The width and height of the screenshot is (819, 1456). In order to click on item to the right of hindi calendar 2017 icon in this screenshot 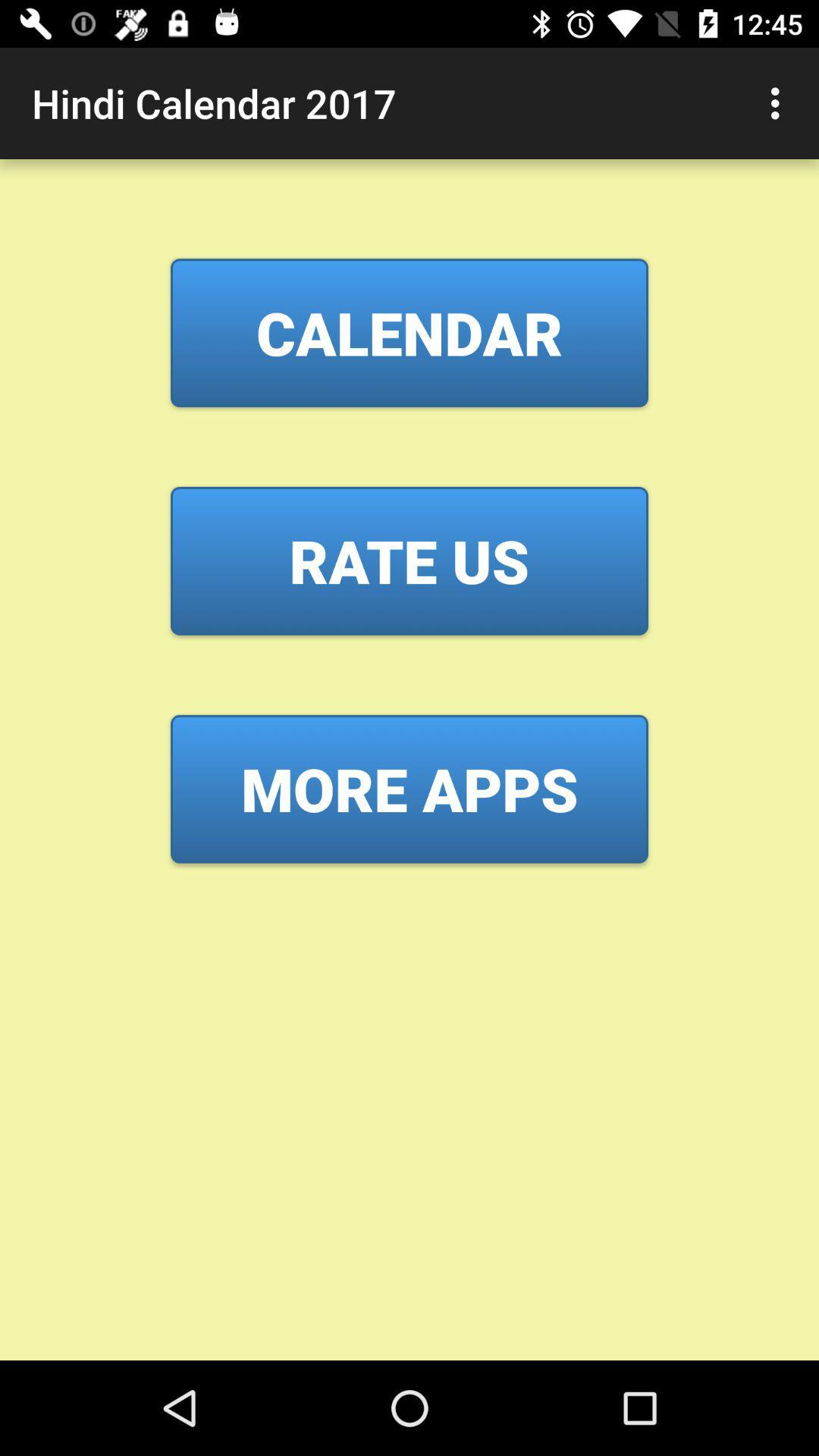, I will do `click(779, 102)`.